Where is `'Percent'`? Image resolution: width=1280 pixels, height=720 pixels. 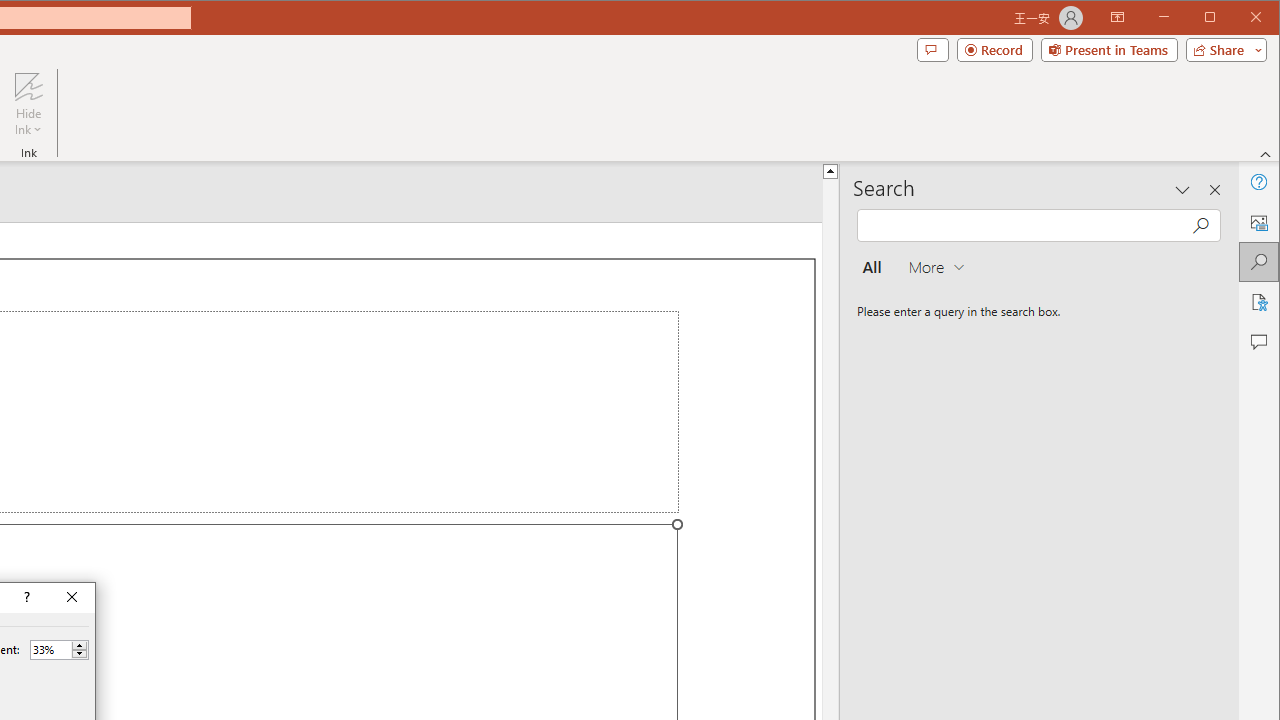 'Percent' is located at coordinates (50, 649).